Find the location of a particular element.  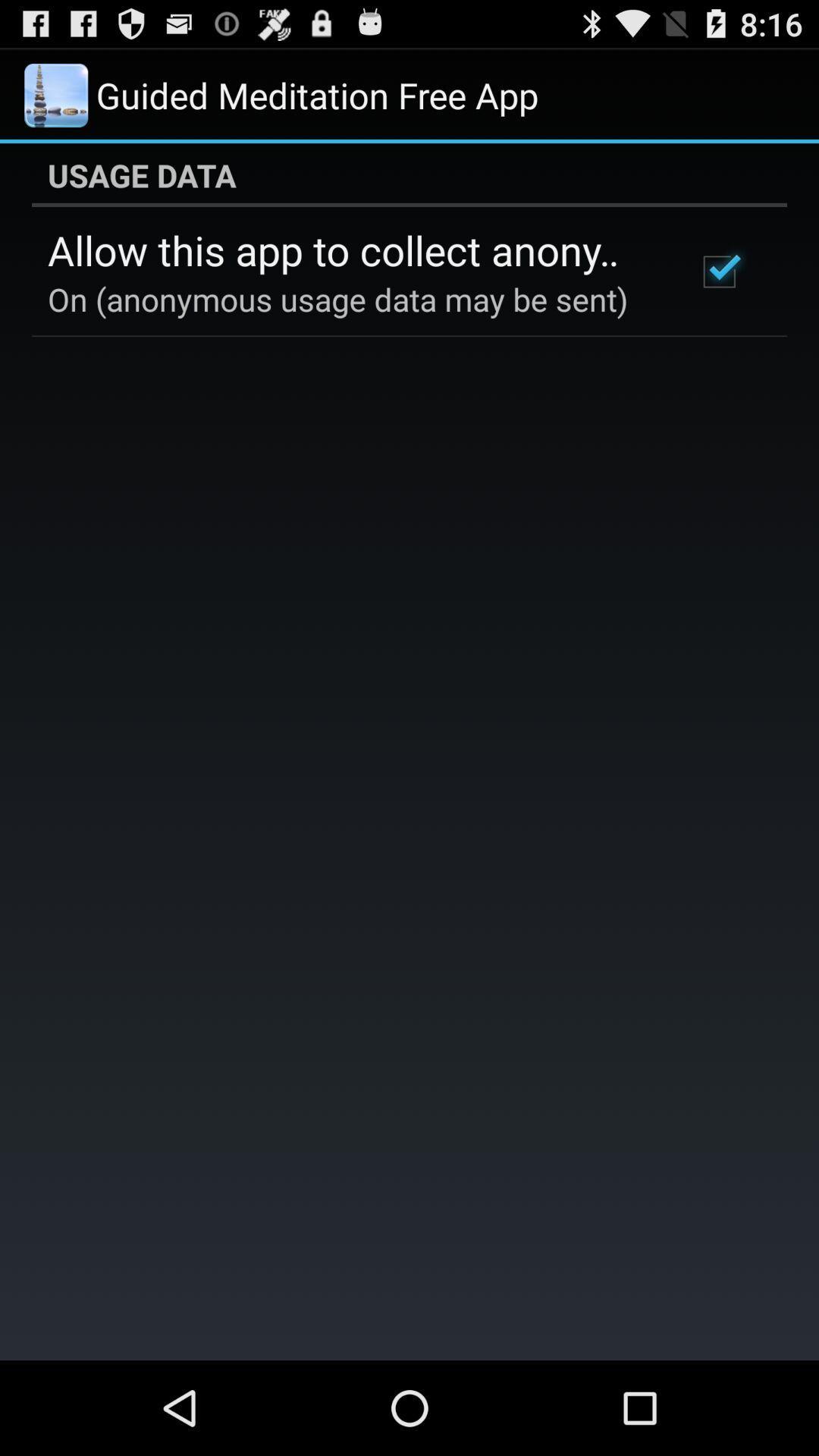

the item to the right of allow this app item is located at coordinates (718, 271).